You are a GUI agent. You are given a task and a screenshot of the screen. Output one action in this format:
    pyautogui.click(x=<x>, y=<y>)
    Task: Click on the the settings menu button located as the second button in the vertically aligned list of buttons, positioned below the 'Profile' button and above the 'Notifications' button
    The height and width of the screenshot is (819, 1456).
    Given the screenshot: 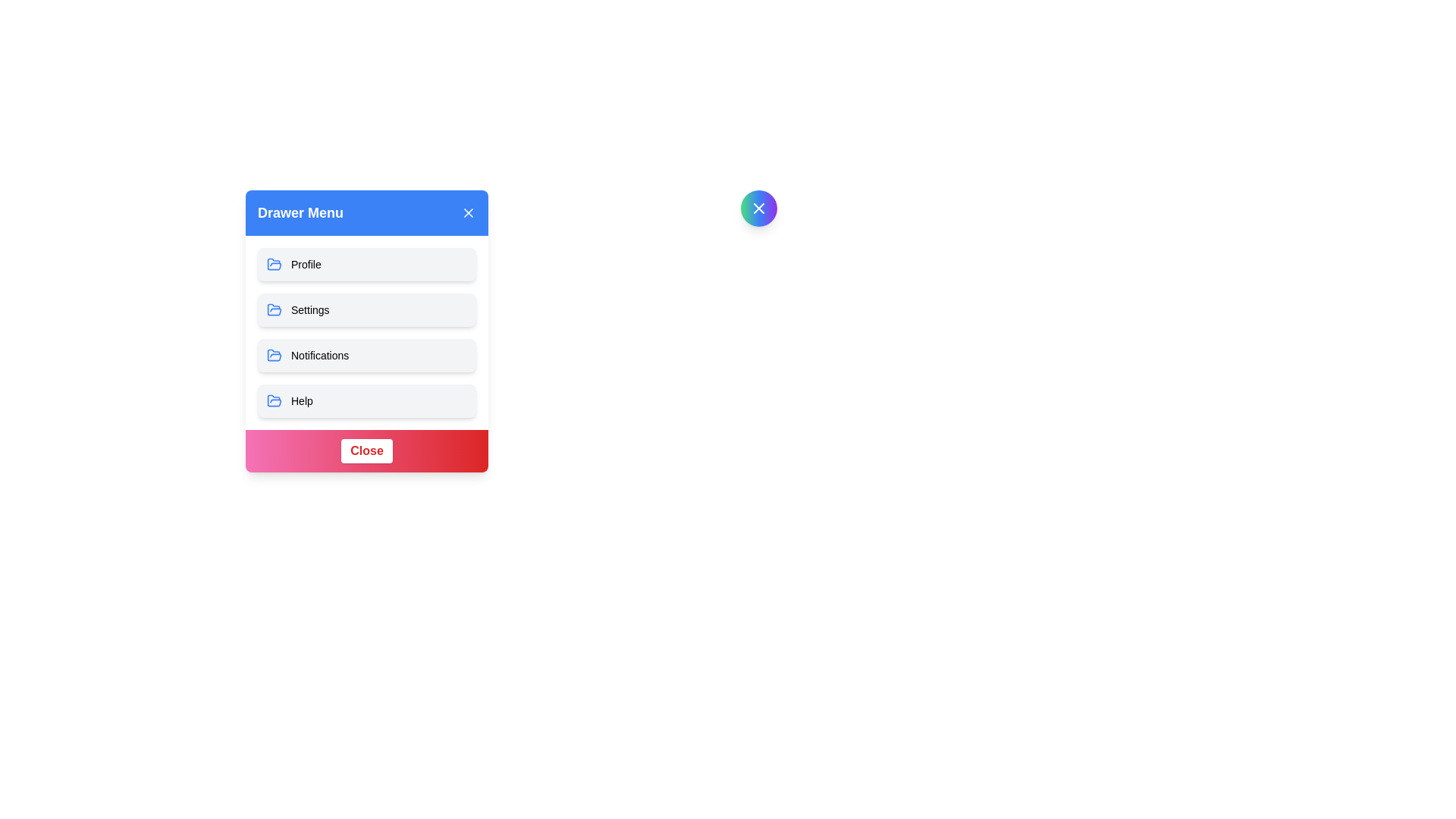 What is the action you would take?
    pyautogui.click(x=367, y=332)
    